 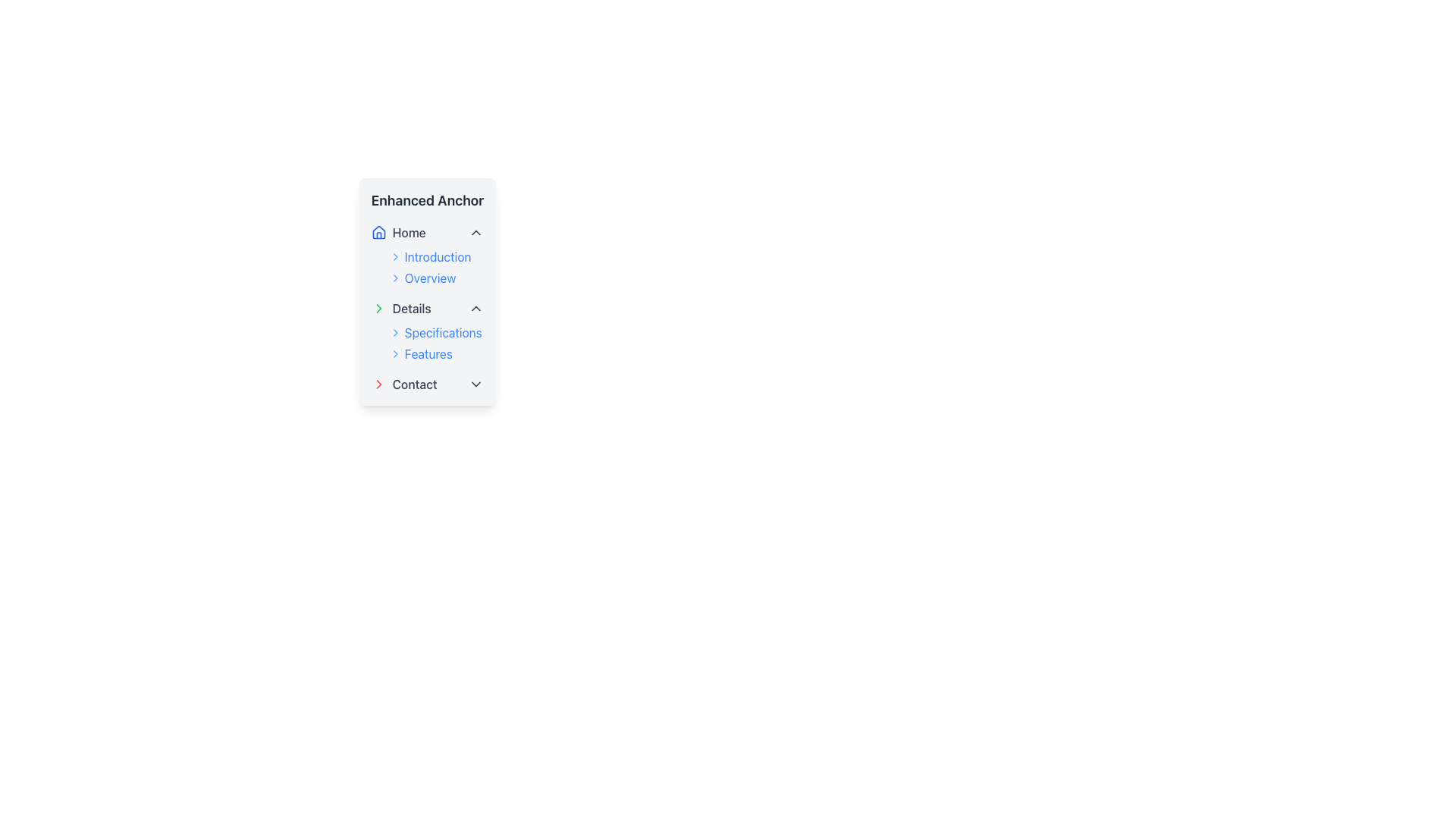 What do you see at coordinates (378, 233) in the screenshot?
I see `the 'Home' icon located at the top of the panel, which visually represents the 'Main Page' feature` at bounding box center [378, 233].